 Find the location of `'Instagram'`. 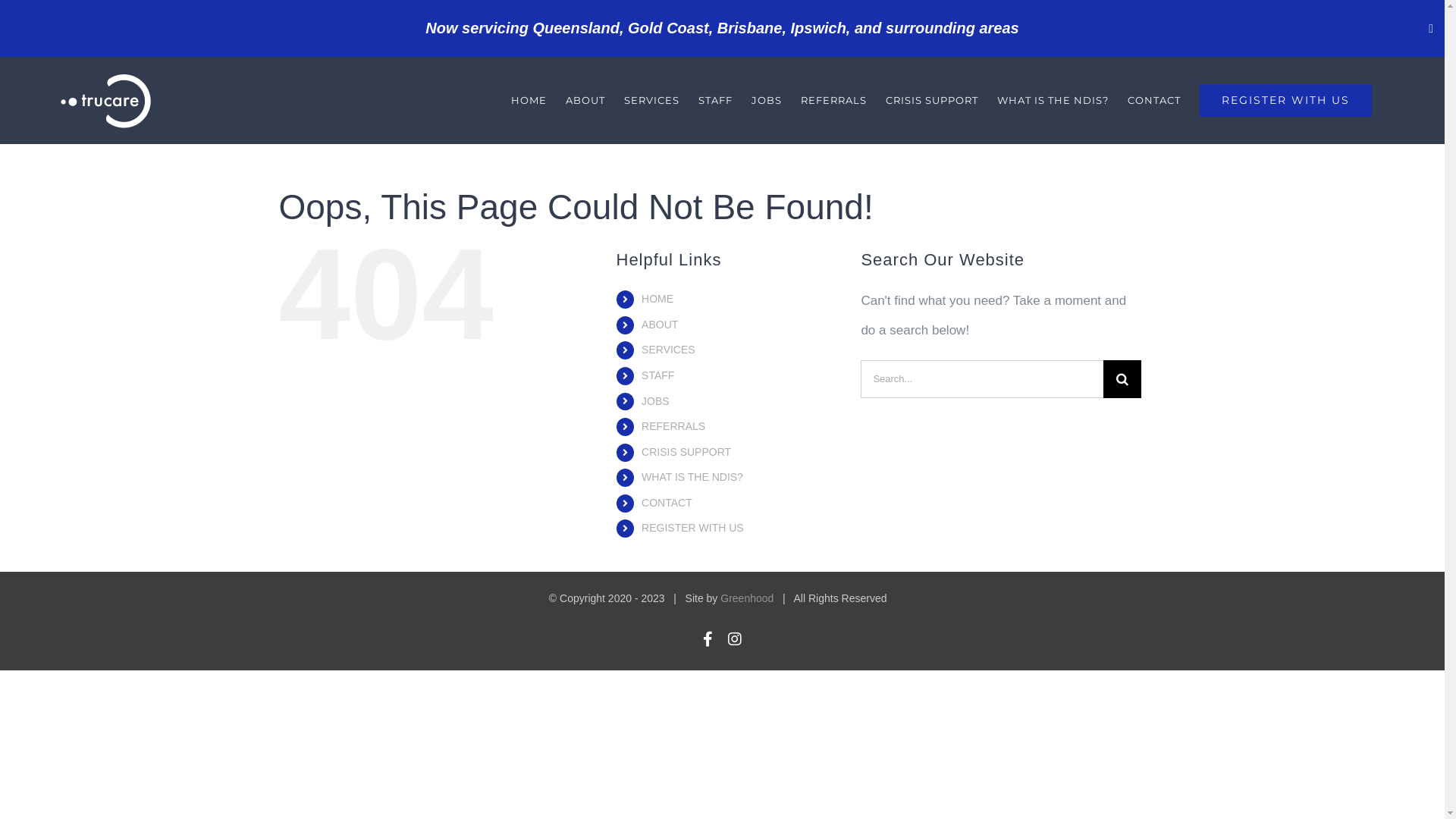

'Instagram' is located at coordinates (735, 639).